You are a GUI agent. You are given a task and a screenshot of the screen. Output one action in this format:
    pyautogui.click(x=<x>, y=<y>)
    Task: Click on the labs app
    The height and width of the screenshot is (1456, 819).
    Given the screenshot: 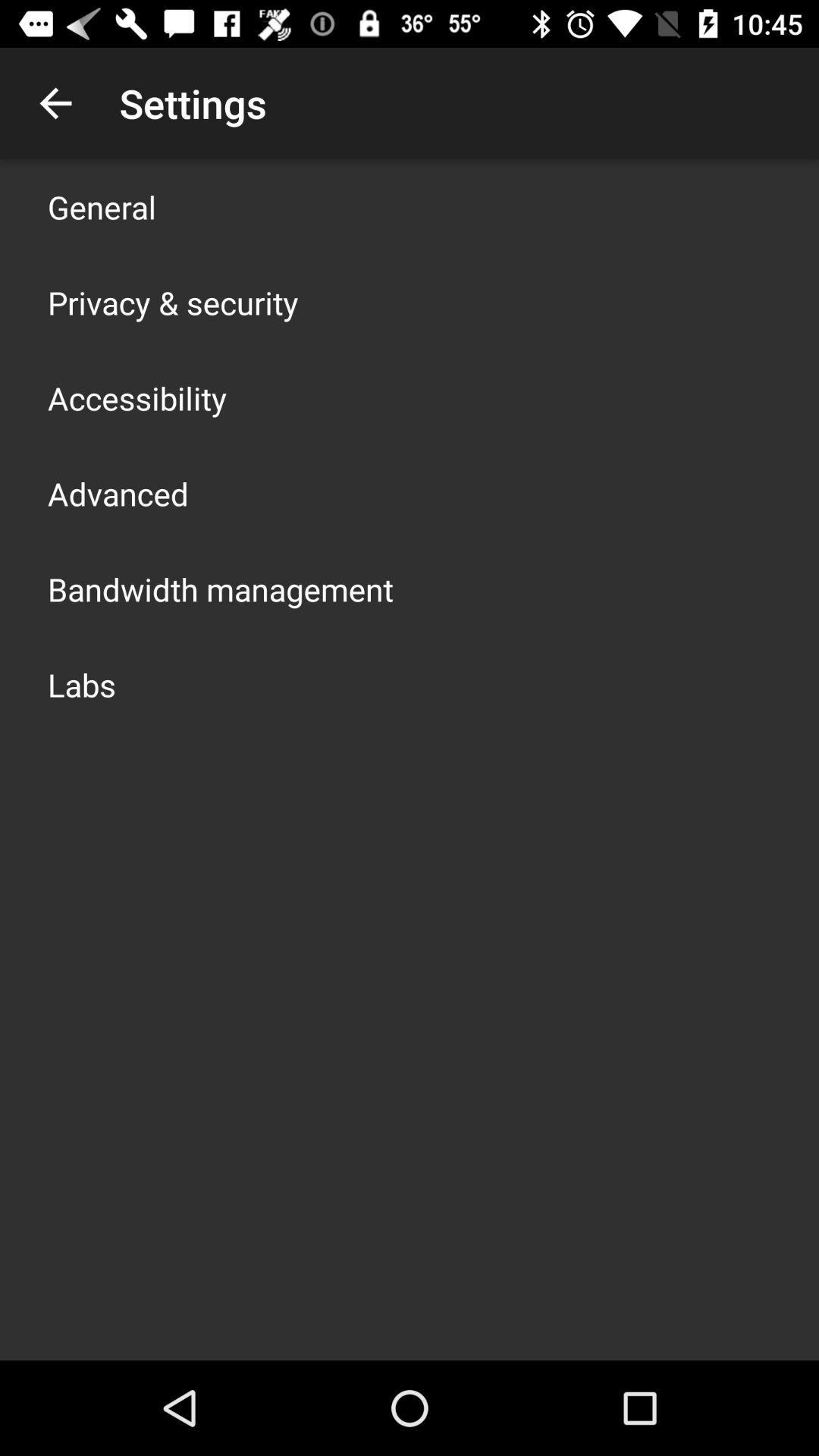 What is the action you would take?
    pyautogui.click(x=82, y=683)
    